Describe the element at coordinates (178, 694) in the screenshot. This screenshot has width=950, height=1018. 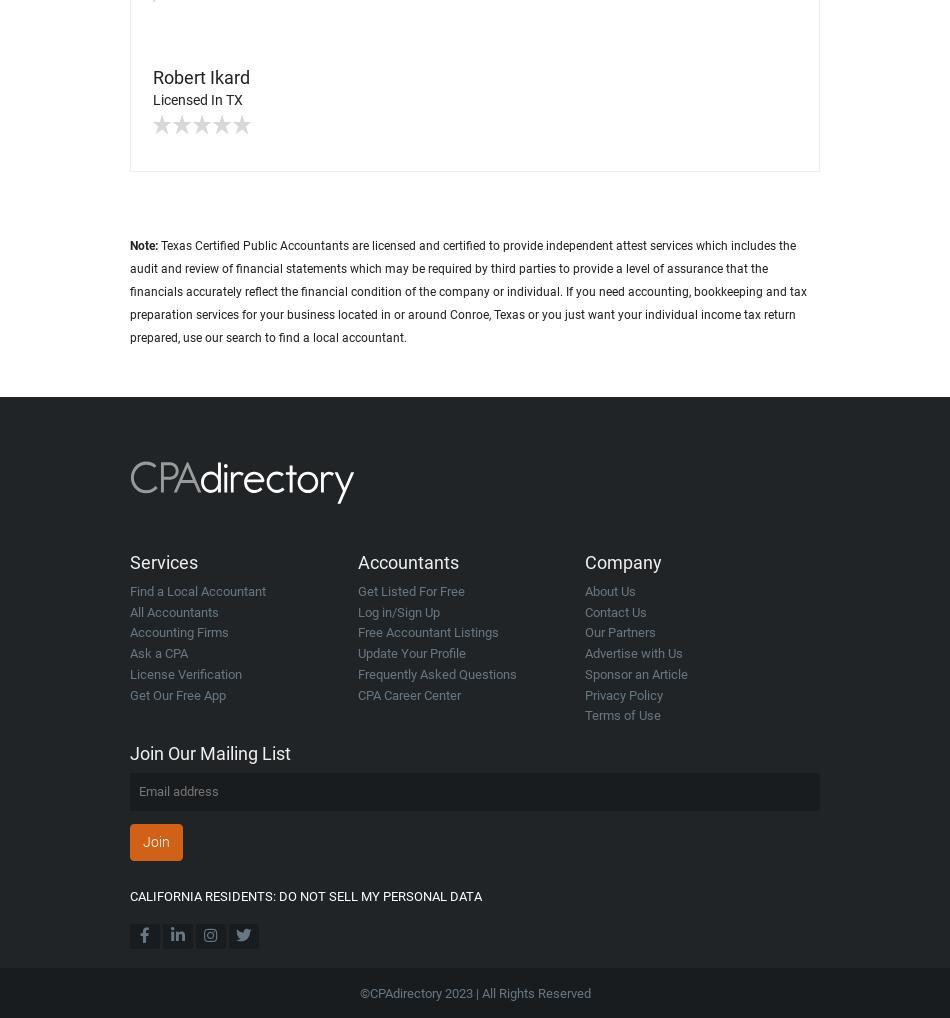
I see `'Get Our Free App'` at that location.